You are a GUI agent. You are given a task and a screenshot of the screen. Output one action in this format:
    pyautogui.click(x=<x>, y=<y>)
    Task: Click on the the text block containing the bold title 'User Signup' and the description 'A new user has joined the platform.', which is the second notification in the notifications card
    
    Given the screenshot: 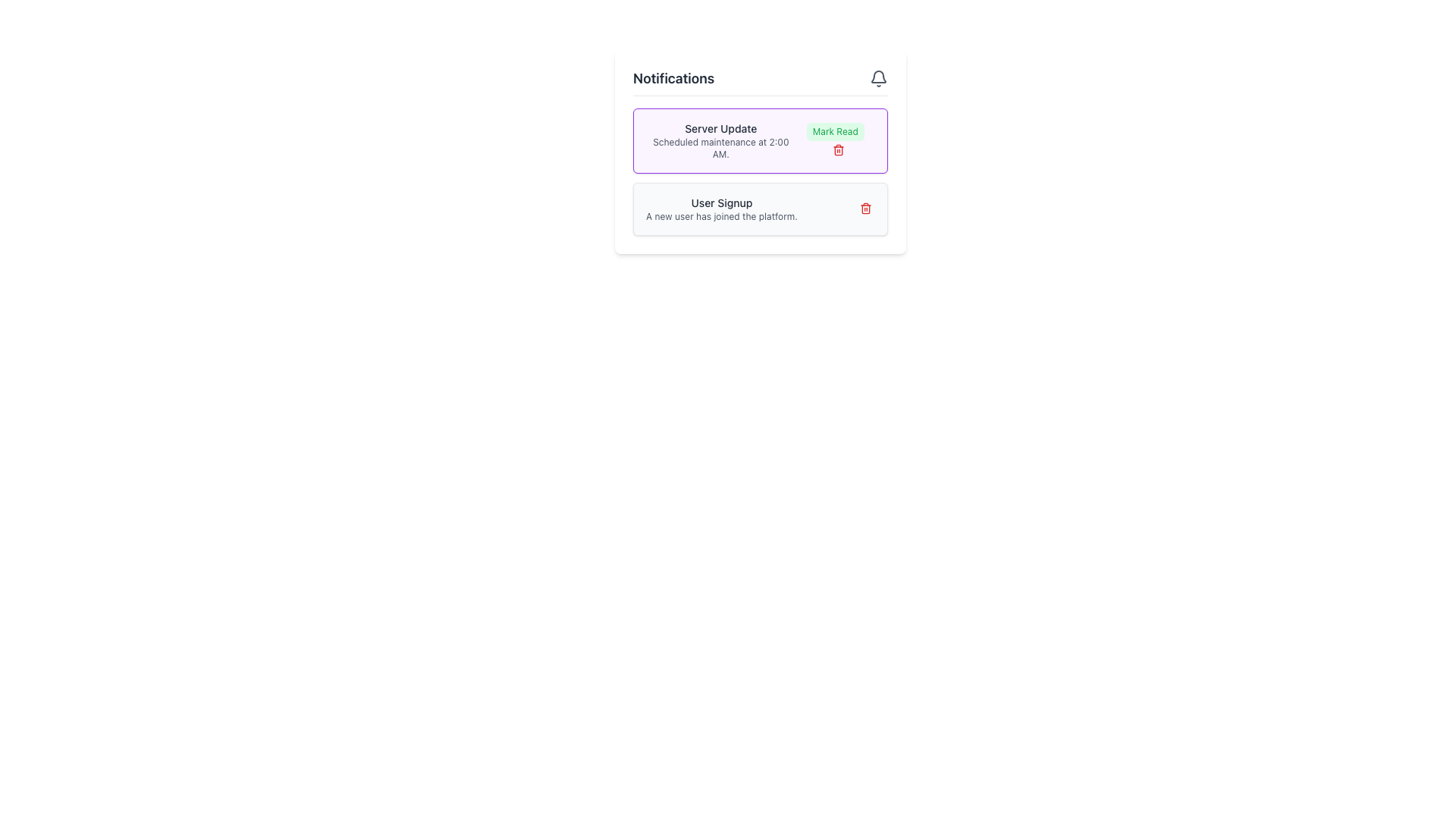 What is the action you would take?
    pyautogui.click(x=720, y=209)
    